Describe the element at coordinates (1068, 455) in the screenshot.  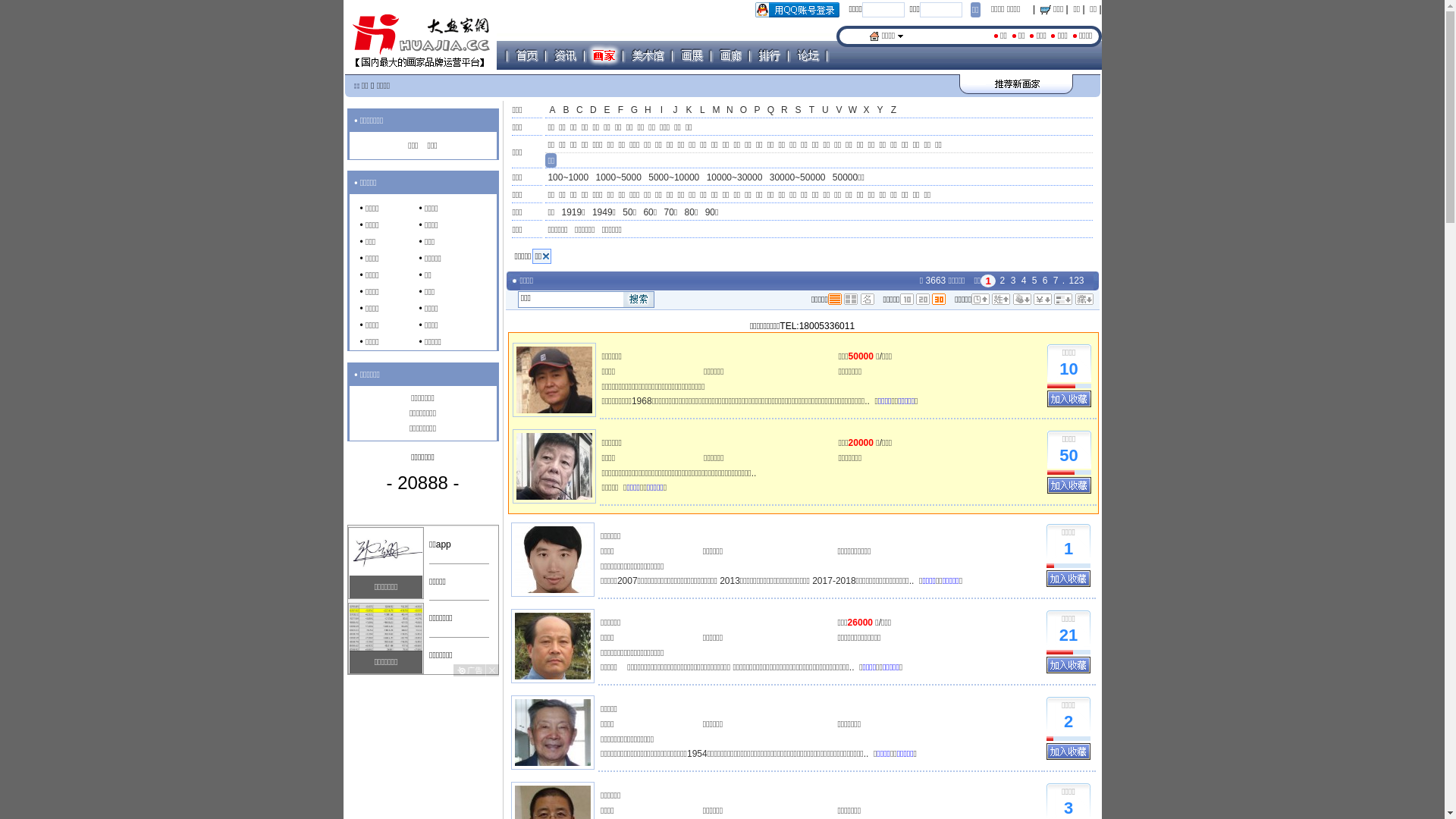
I see `'50'` at that location.